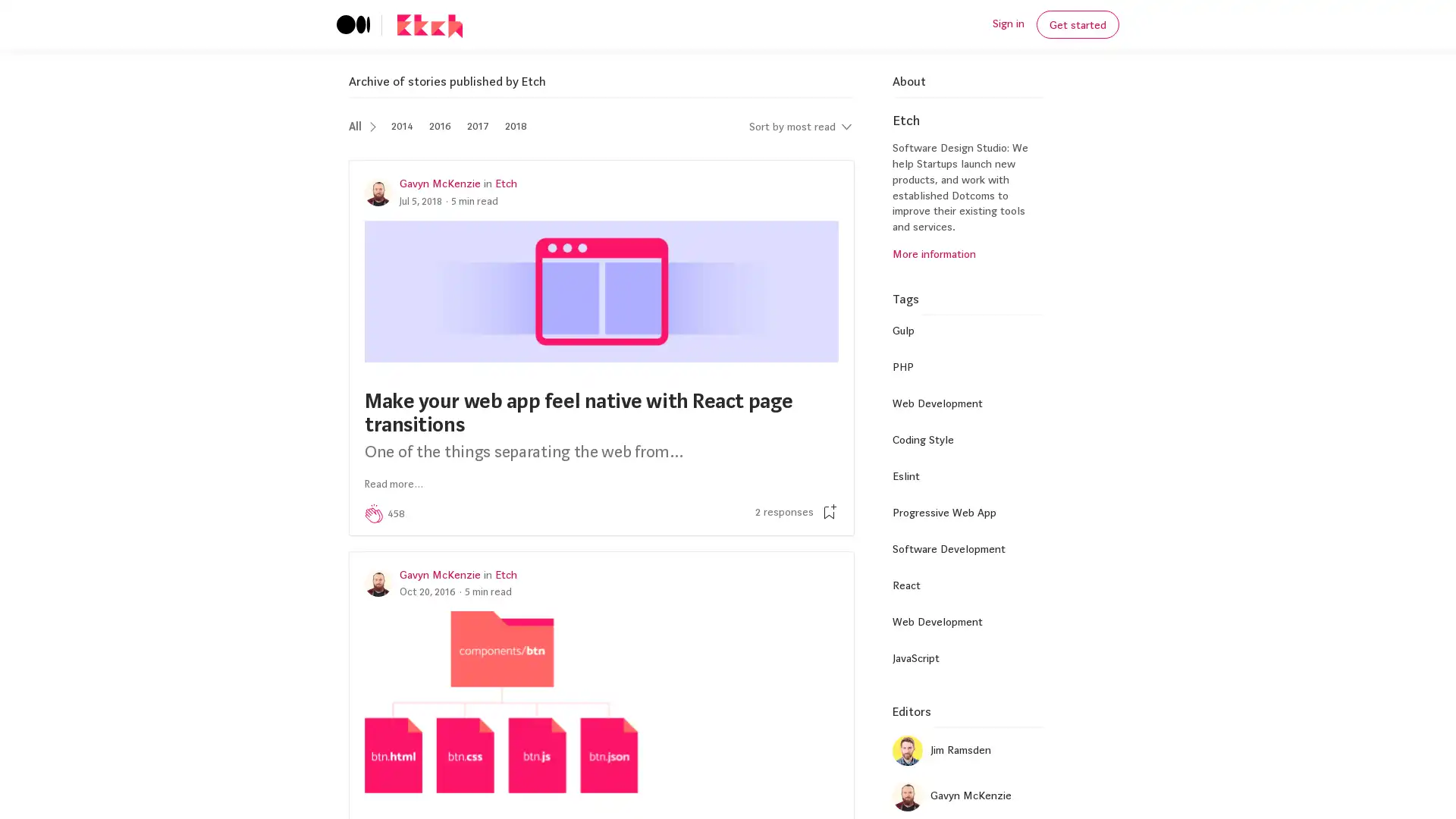  What do you see at coordinates (396, 513) in the screenshot?
I see `458` at bounding box center [396, 513].